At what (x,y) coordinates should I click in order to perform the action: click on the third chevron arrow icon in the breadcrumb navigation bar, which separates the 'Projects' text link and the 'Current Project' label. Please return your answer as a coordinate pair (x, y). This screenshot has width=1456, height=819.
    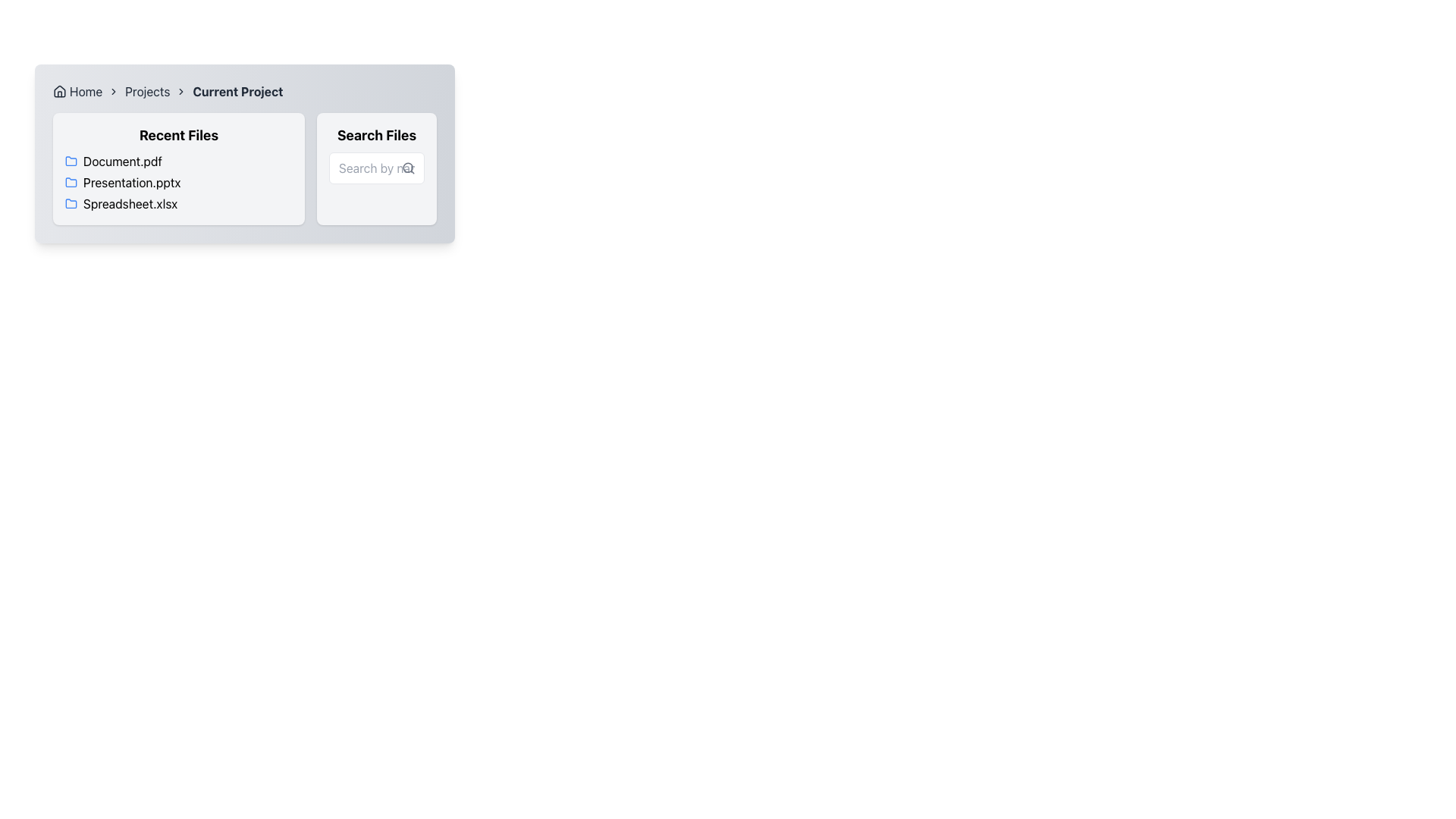
    Looking at the image, I should click on (181, 91).